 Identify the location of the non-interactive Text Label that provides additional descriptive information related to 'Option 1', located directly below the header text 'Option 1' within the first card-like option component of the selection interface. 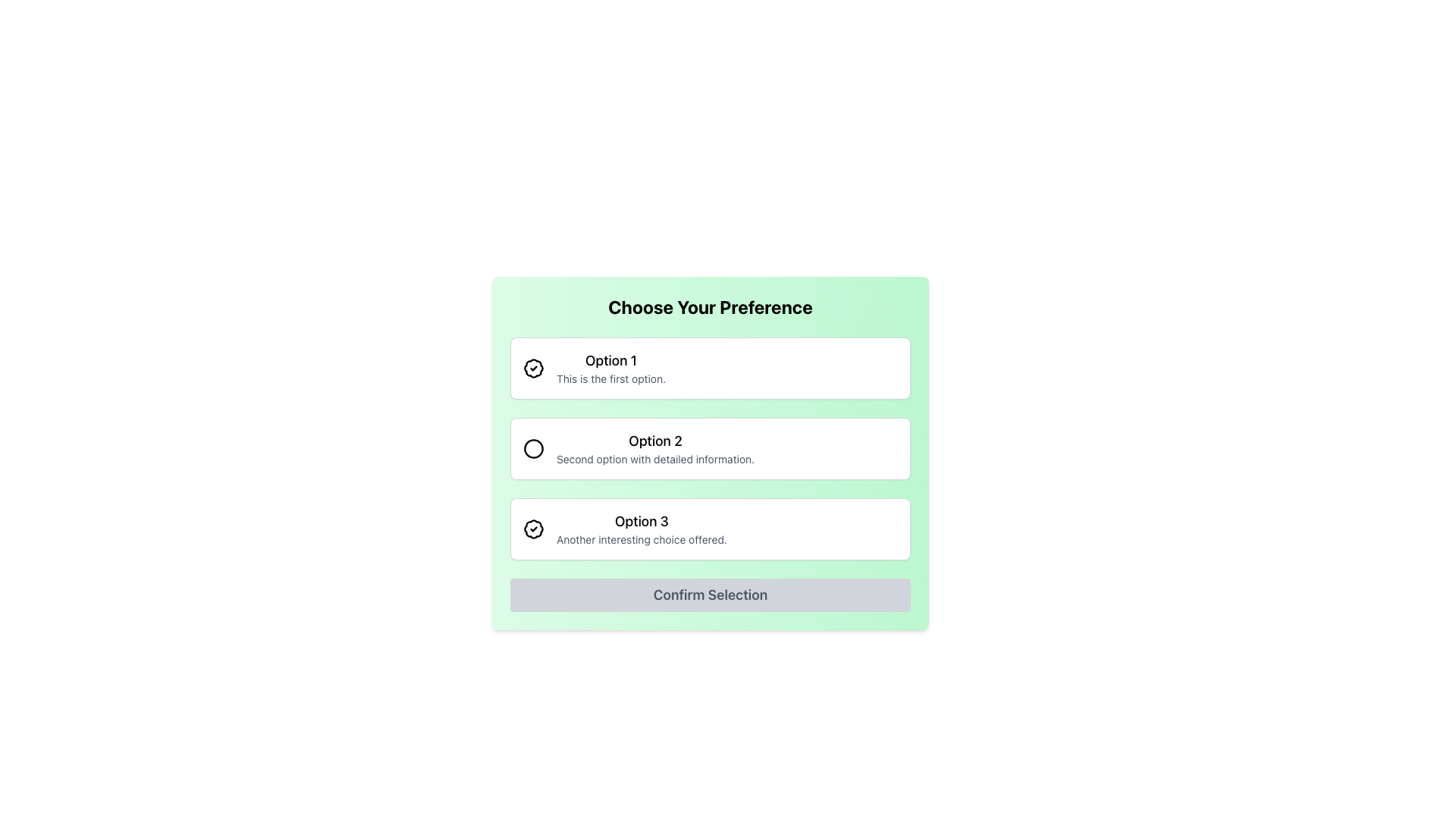
(611, 378).